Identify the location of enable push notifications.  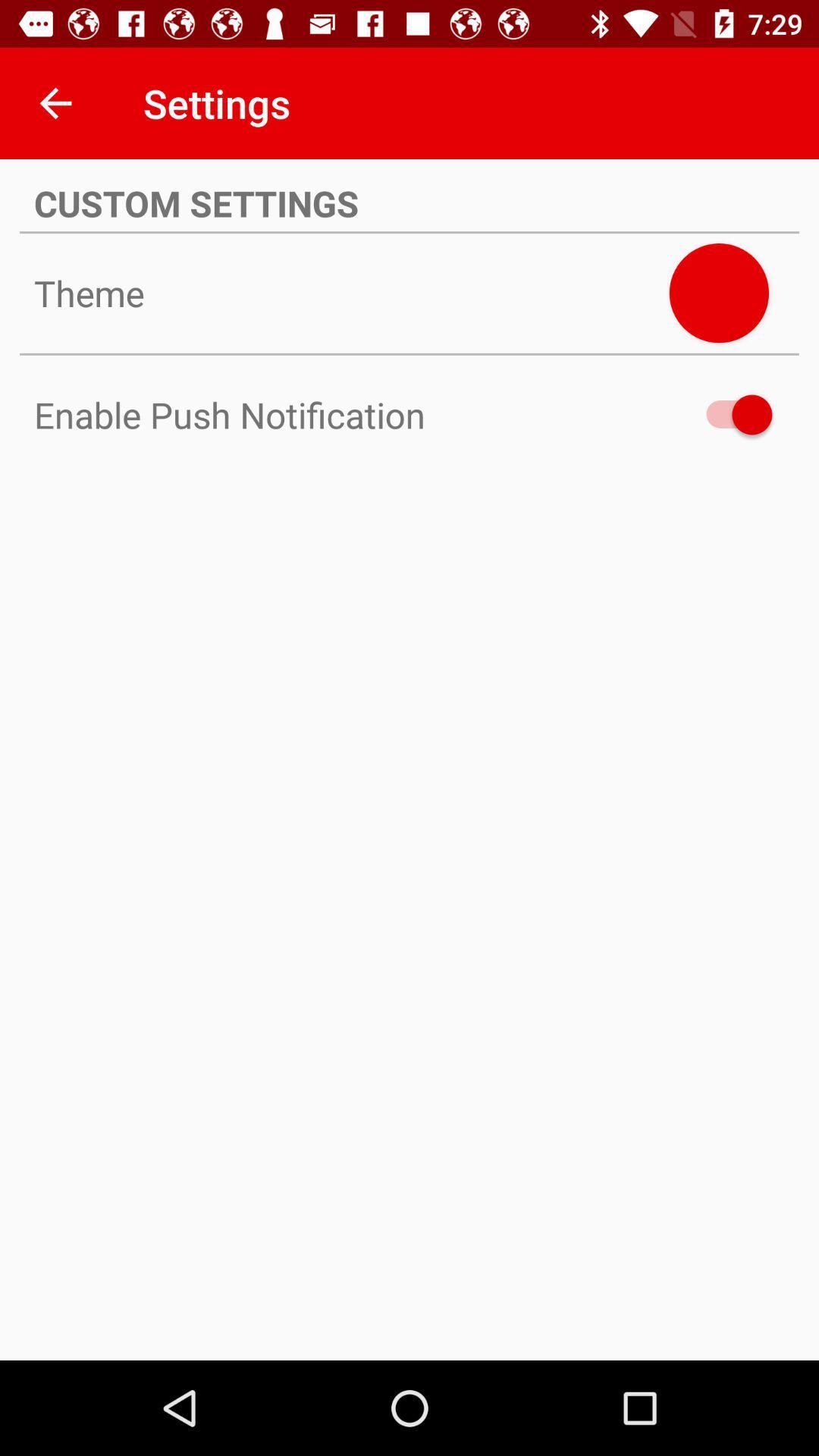
(731, 415).